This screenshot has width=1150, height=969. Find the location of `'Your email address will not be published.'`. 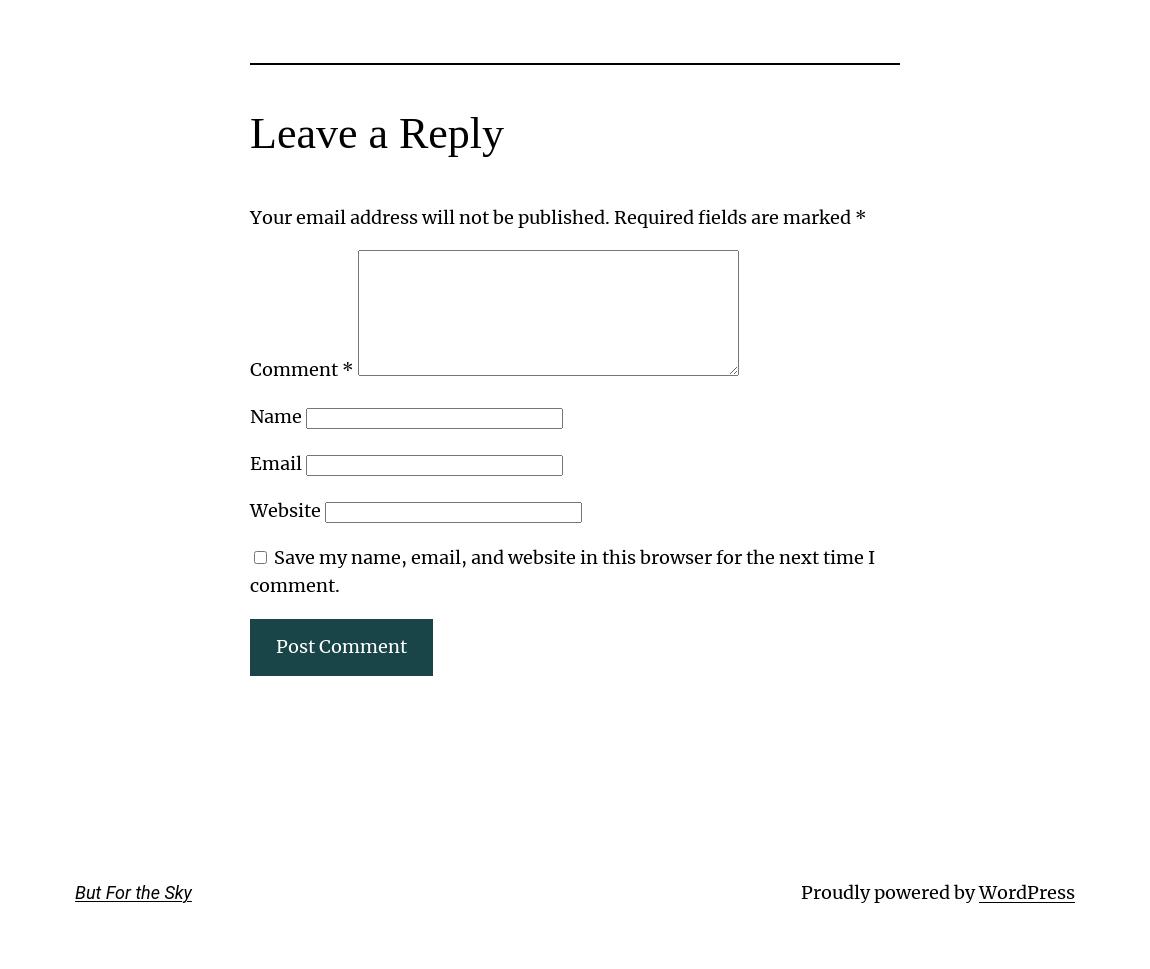

'Your email address will not be published.' is located at coordinates (429, 216).